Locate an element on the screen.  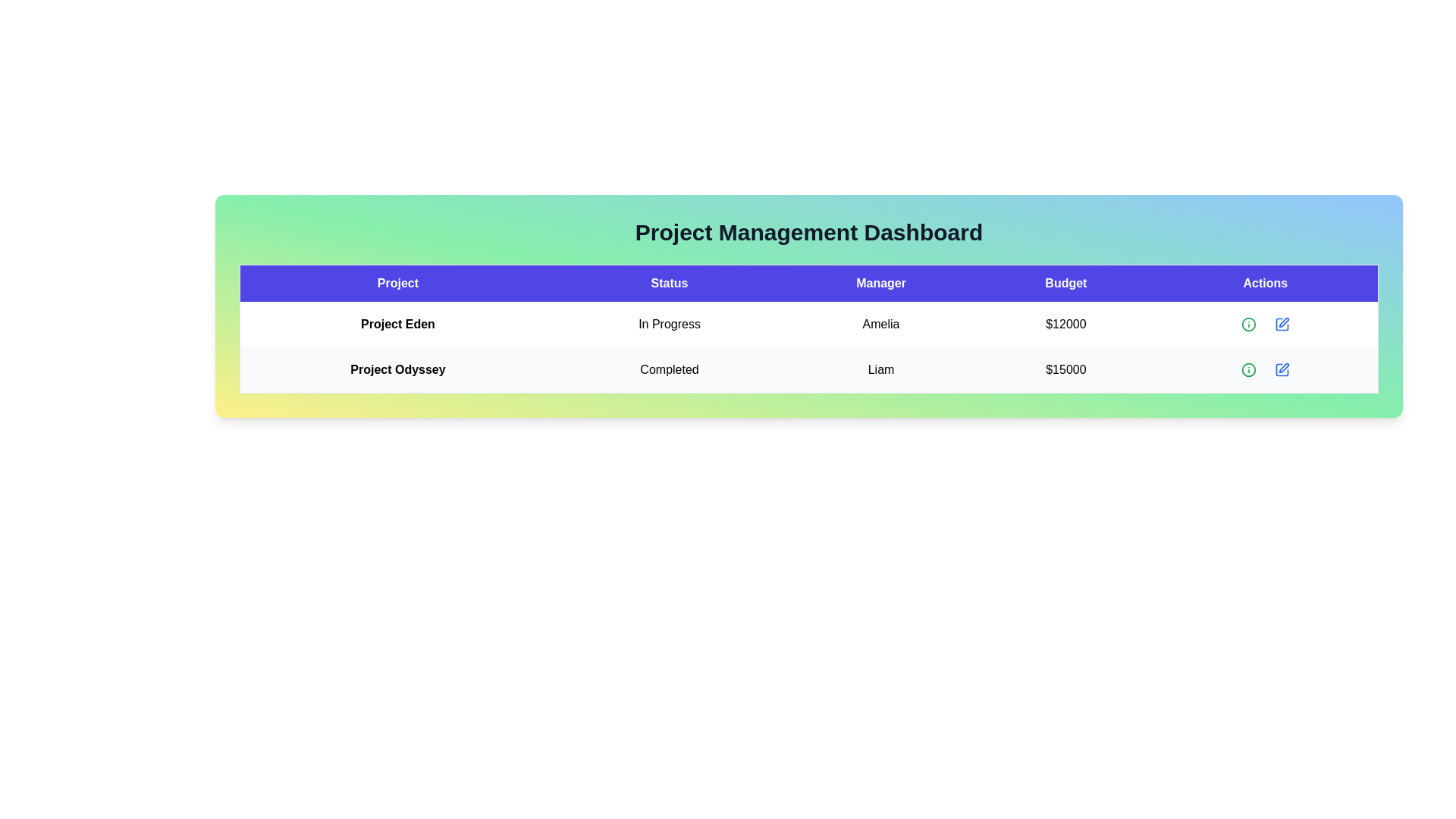
the Icon button in the 'Actions' column of the 'Project Eden' row is located at coordinates (1281, 324).